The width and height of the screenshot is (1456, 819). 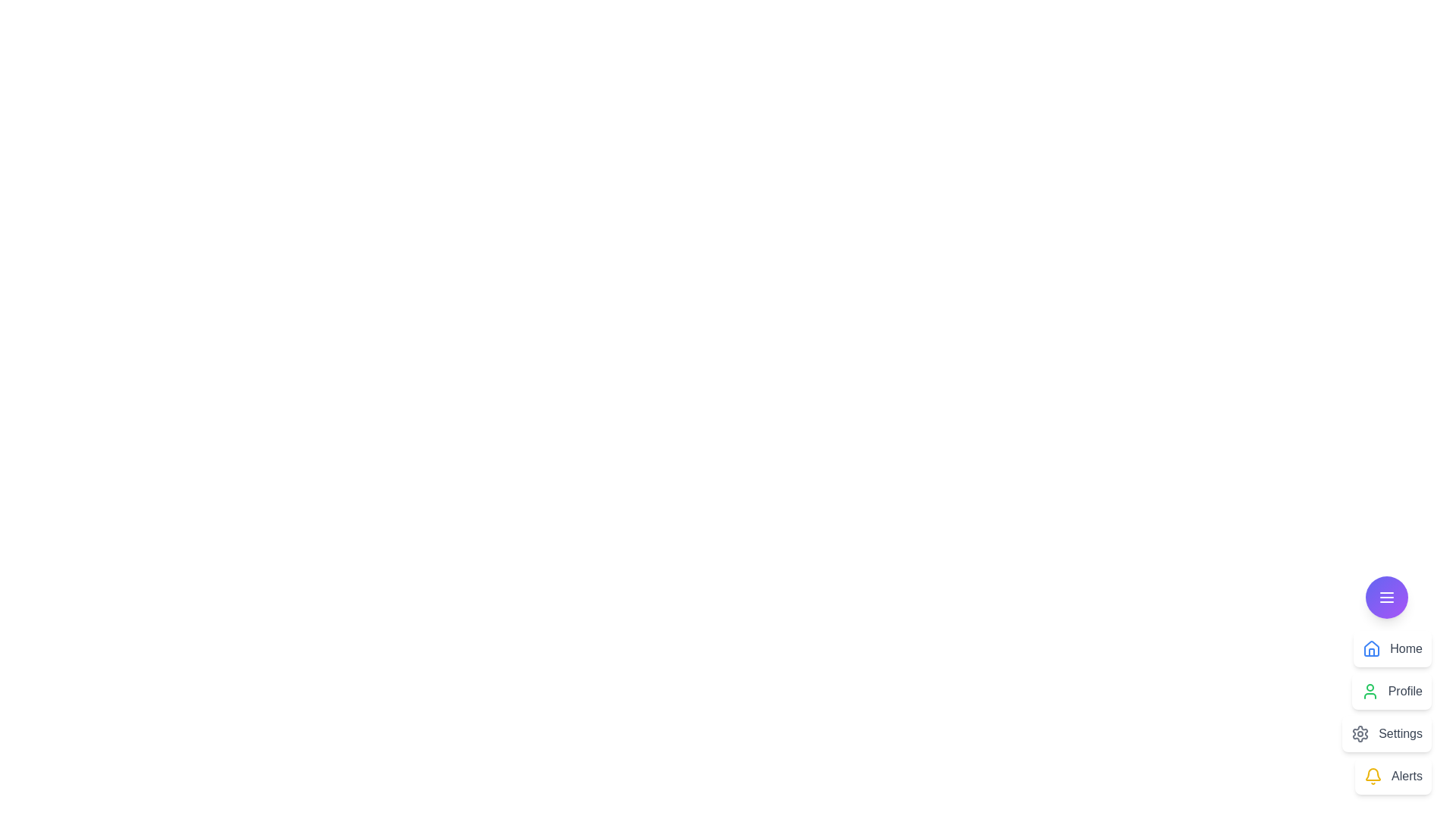 I want to click on the icon corresponding to Profile in the CustomSpeedDial menu, so click(x=1370, y=691).